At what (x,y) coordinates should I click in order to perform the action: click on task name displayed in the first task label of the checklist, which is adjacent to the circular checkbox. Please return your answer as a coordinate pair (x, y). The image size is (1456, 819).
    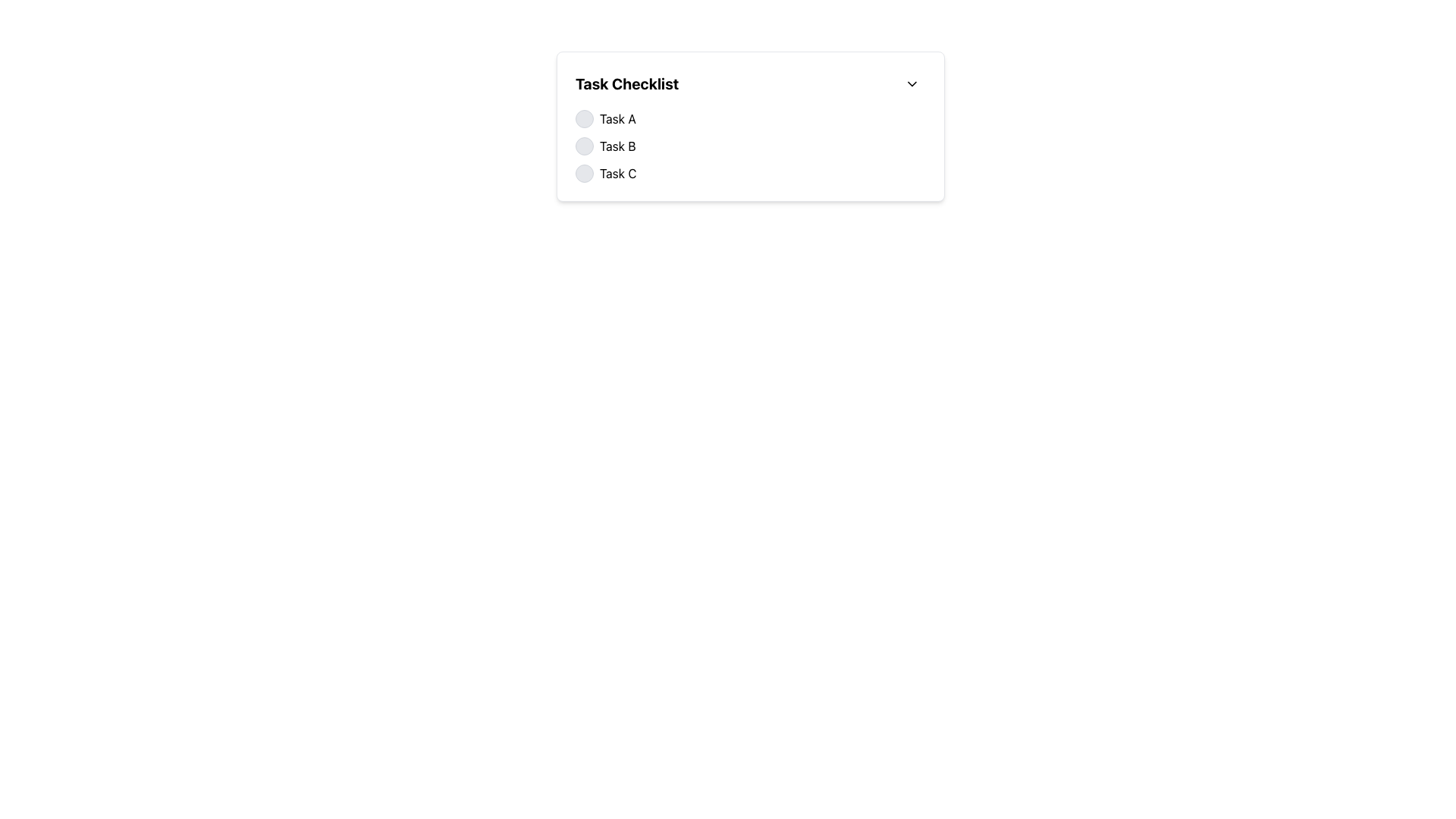
    Looking at the image, I should click on (617, 118).